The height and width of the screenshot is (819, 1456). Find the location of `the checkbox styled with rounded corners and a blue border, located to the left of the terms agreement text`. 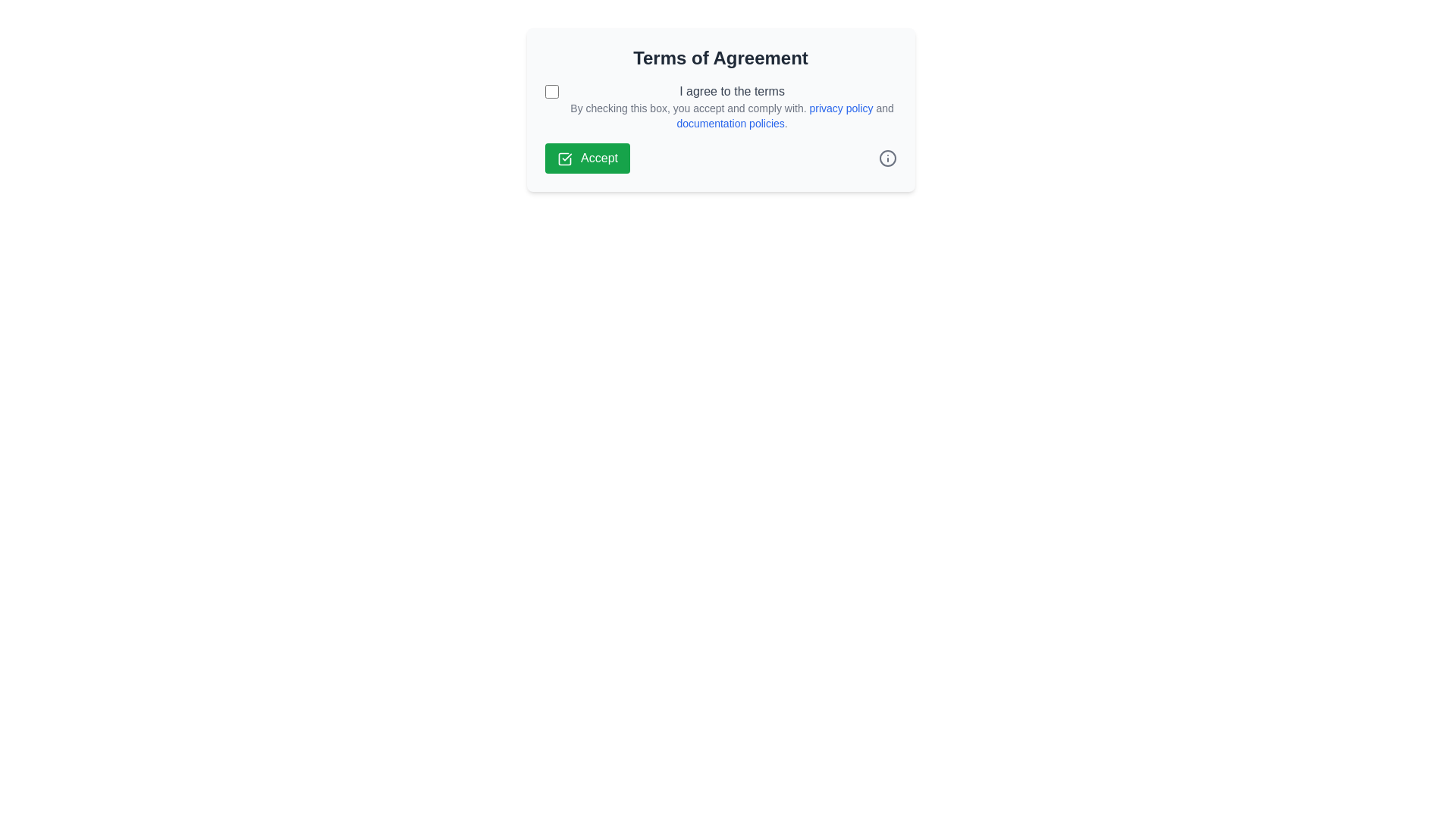

the checkbox styled with rounded corners and a blue border, located to the left of the terms agreement text is located at coordinates (551, 91).